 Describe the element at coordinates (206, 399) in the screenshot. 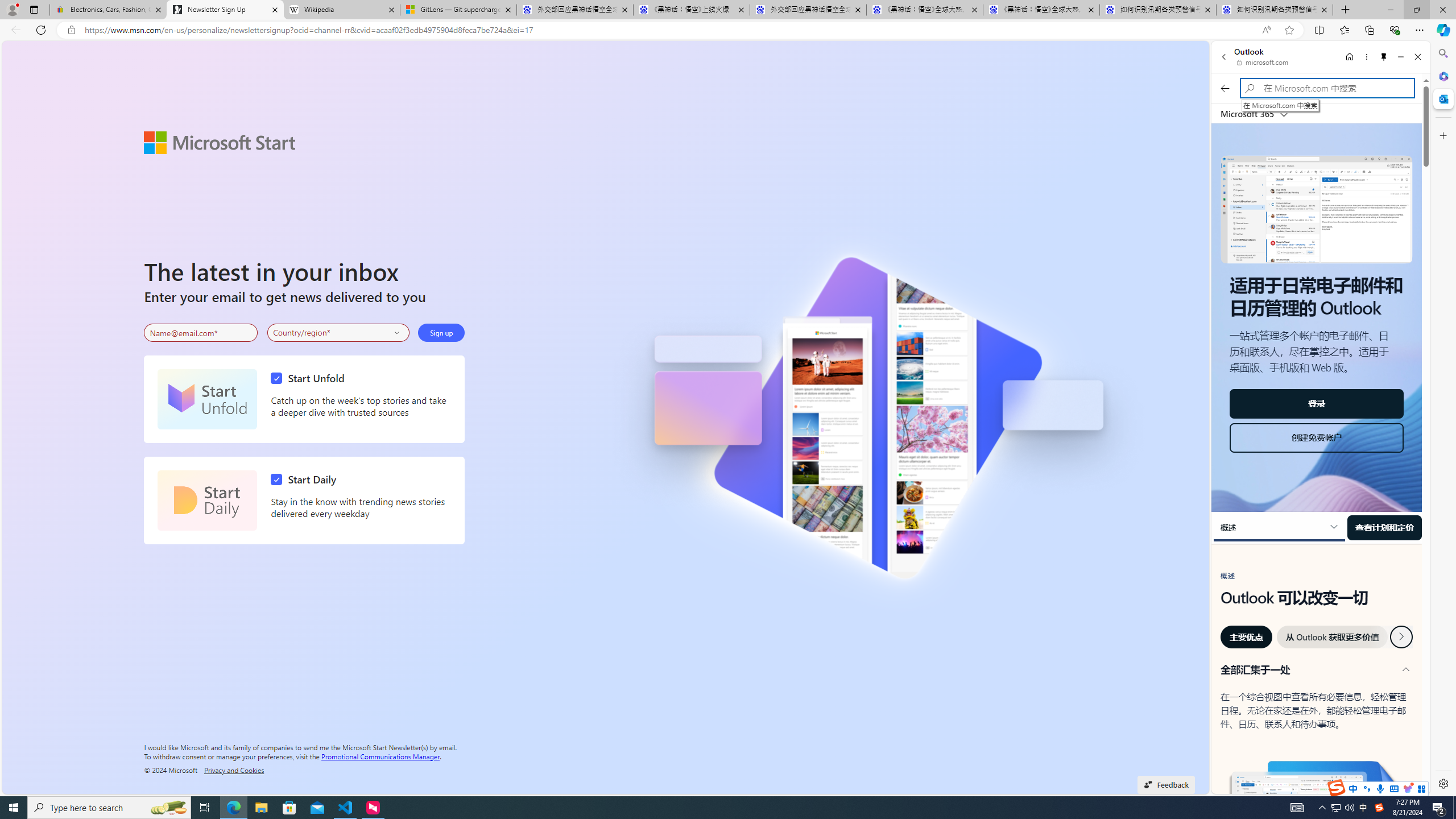

I see `'Start Unfold'` at that location.